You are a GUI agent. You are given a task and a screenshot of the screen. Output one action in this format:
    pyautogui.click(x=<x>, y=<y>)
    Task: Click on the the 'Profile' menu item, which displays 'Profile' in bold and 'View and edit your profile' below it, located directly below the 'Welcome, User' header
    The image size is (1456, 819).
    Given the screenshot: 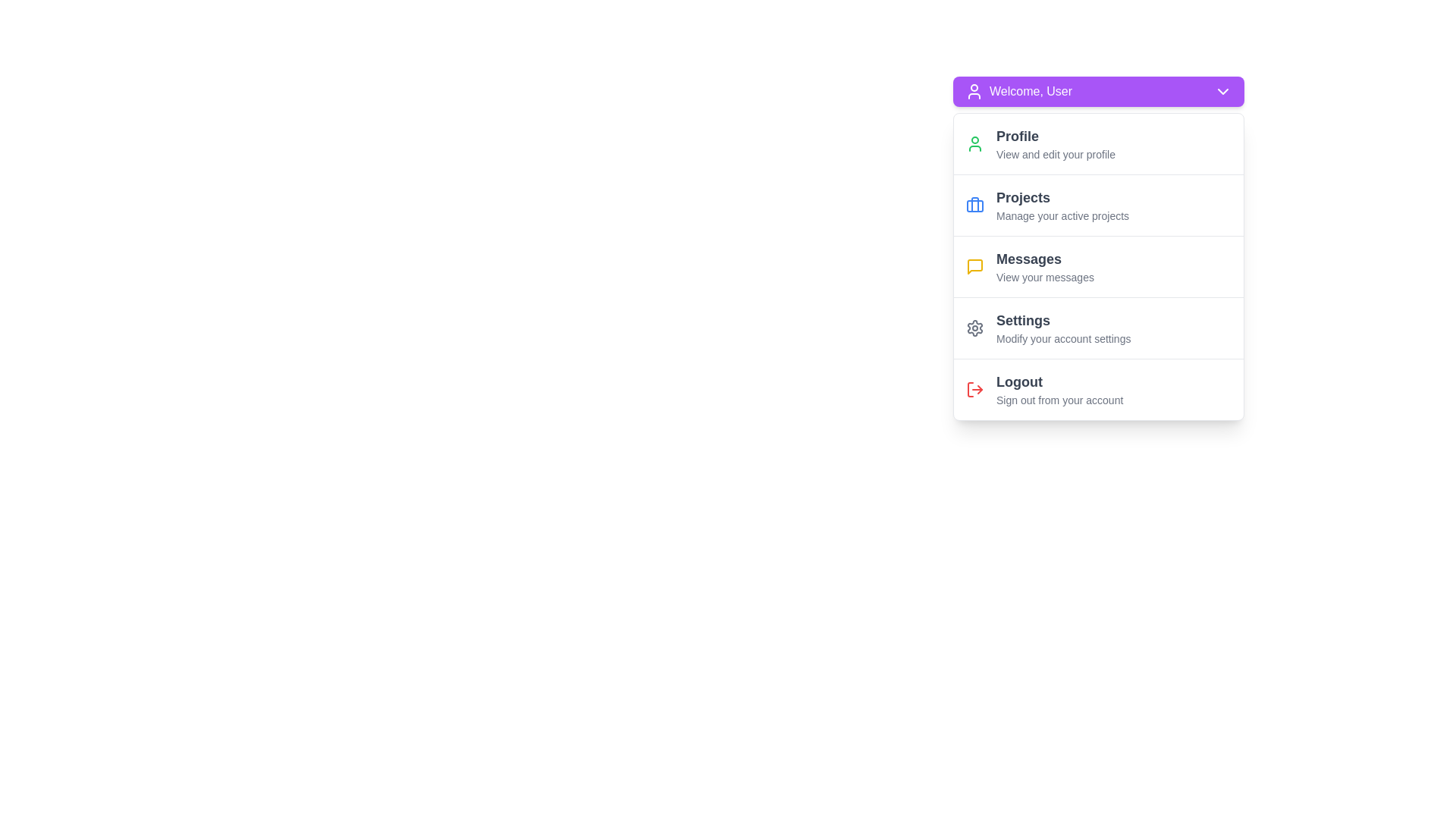 What is the action you would take?
    pyautogui.click(x=1099, y=143)
    